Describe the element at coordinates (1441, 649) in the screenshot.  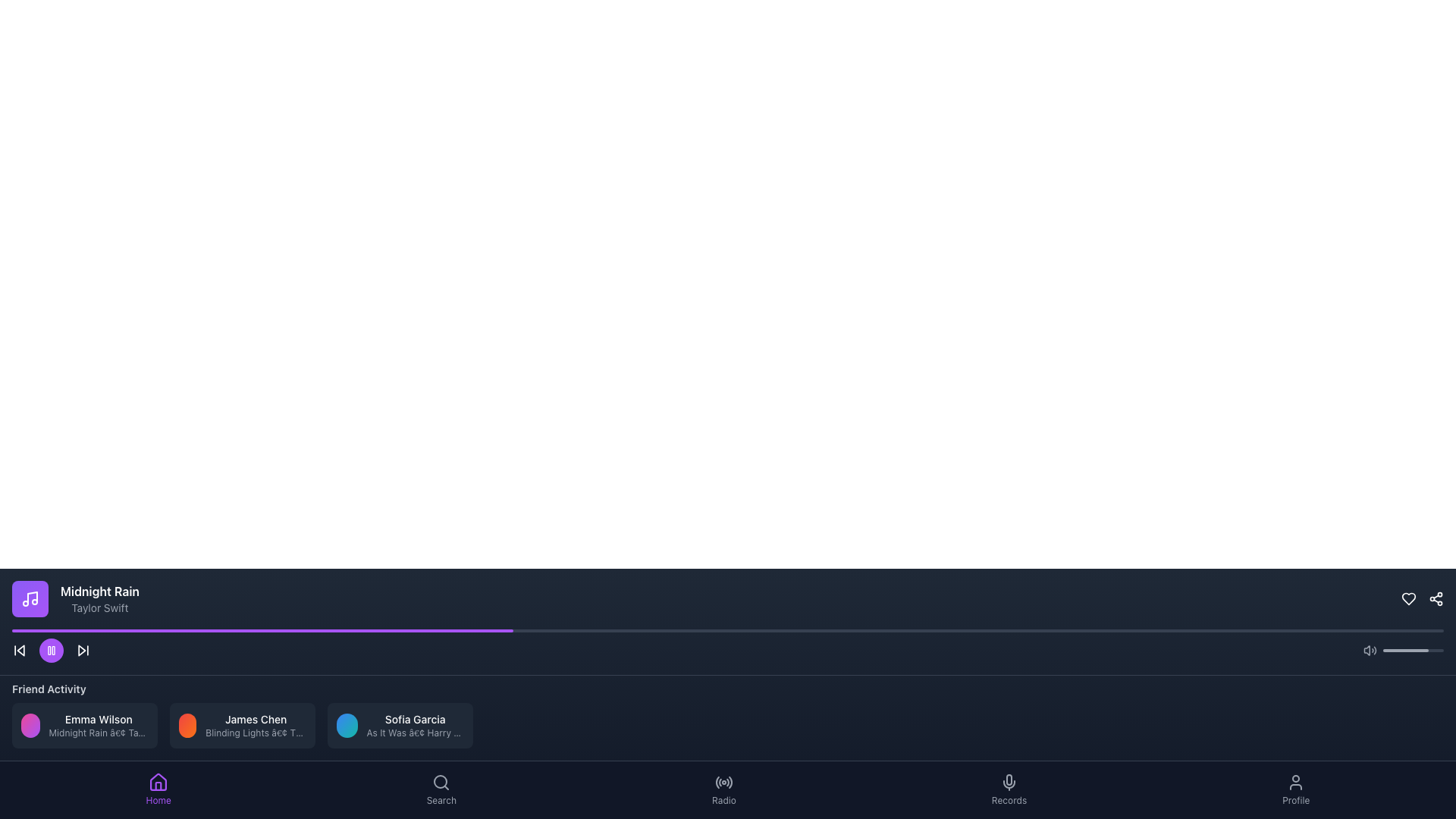
I see `the volume slider` at that location.